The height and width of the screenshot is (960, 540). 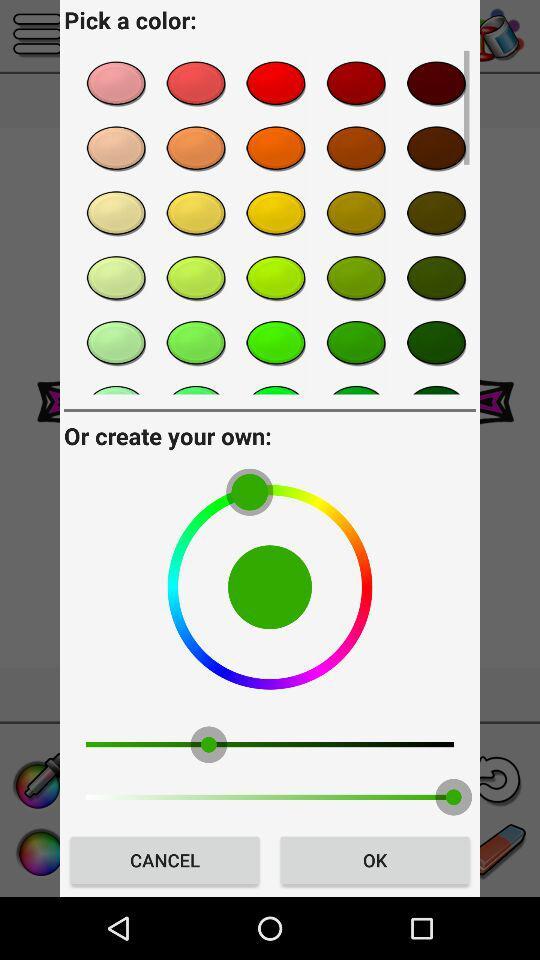 I want to click on the icon to the left of the ok item, so click(x=164, y=859).